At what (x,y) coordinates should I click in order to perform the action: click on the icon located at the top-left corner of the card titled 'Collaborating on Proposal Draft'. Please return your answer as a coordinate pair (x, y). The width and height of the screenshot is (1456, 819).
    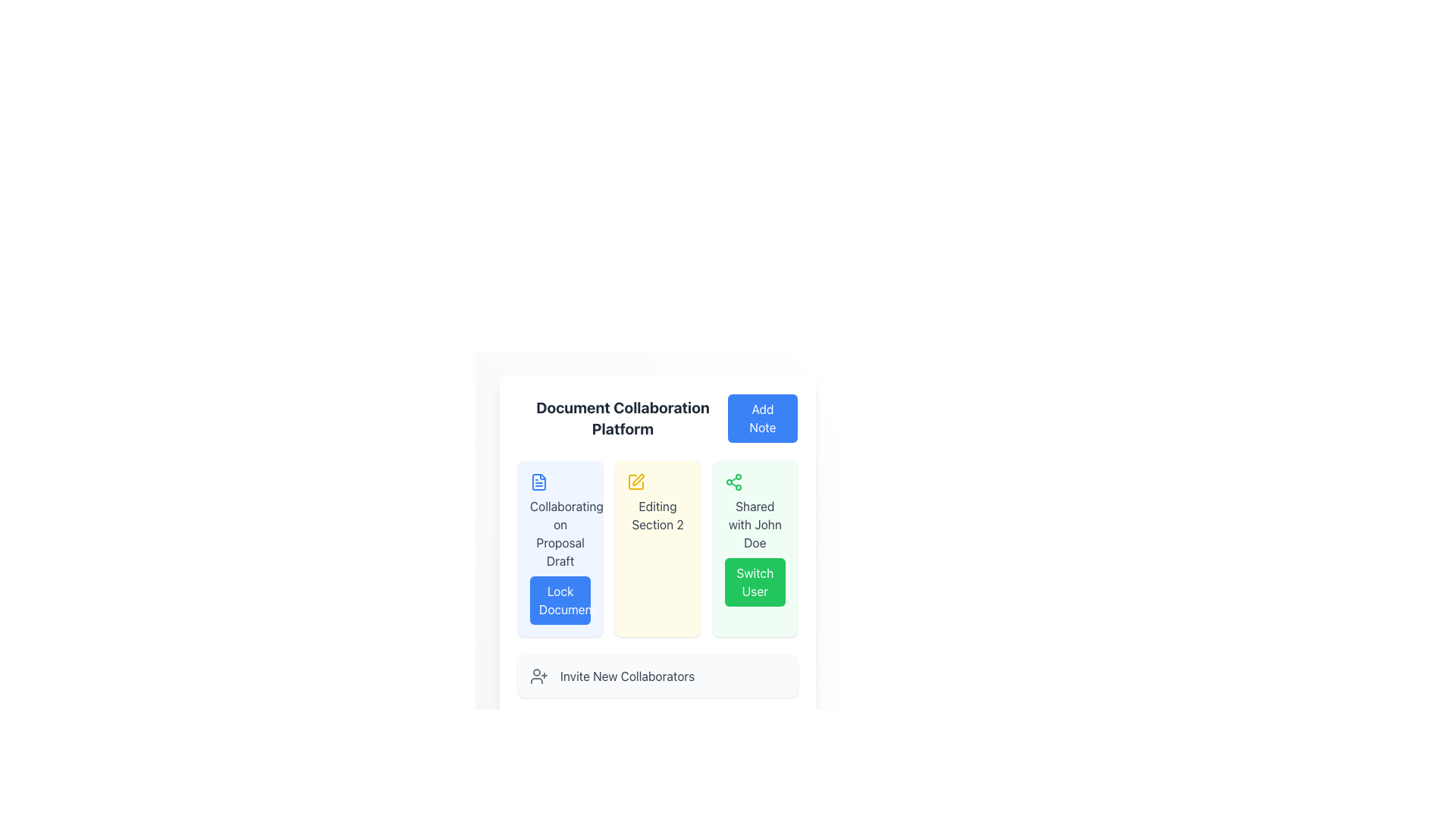
    Looking at the image, I should click on (538, 482).